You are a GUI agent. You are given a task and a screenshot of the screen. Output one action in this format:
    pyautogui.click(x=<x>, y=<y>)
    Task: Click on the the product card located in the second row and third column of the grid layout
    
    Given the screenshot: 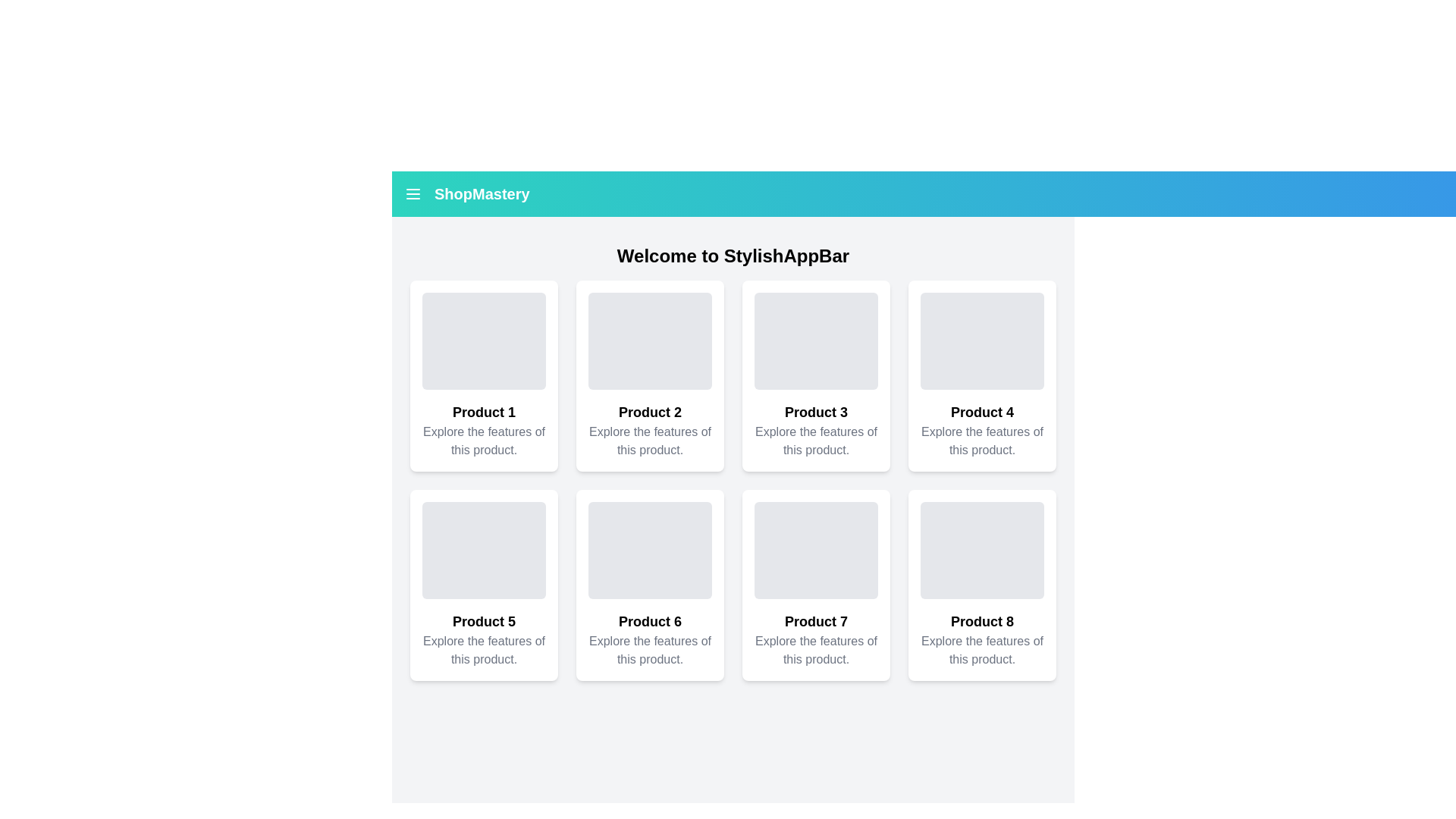 What is the action you would take?
    pyautogui.click(x=815, y=584)
    